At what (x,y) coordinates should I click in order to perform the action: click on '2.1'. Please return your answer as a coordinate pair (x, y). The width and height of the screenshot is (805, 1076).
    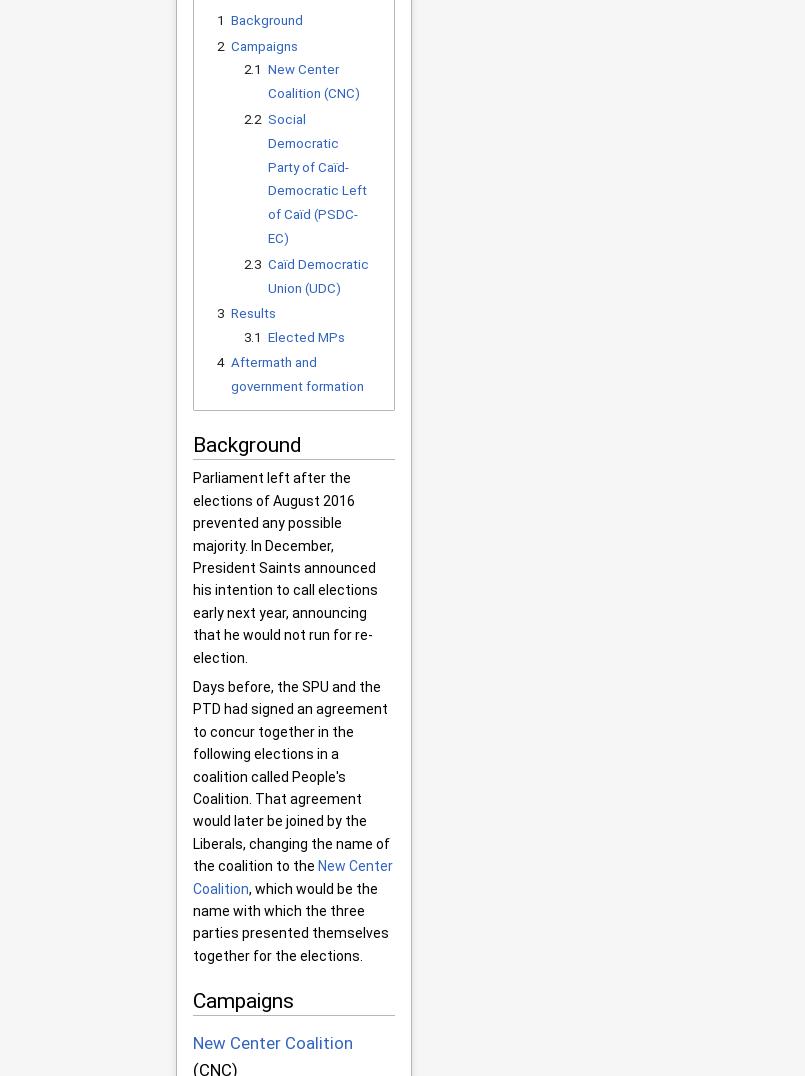
    Looking at the image, I should click on (243, 69).